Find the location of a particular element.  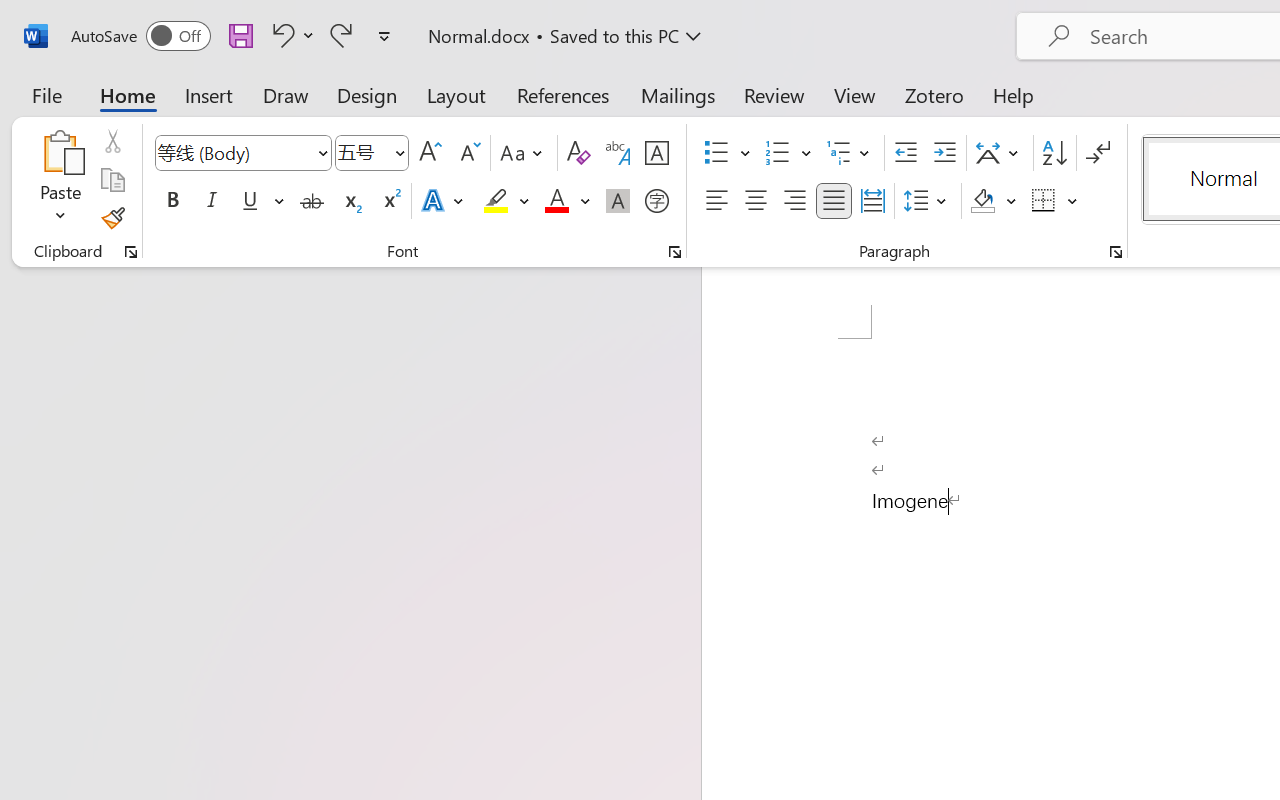

'Justify' is located at coordinates (834, 201).